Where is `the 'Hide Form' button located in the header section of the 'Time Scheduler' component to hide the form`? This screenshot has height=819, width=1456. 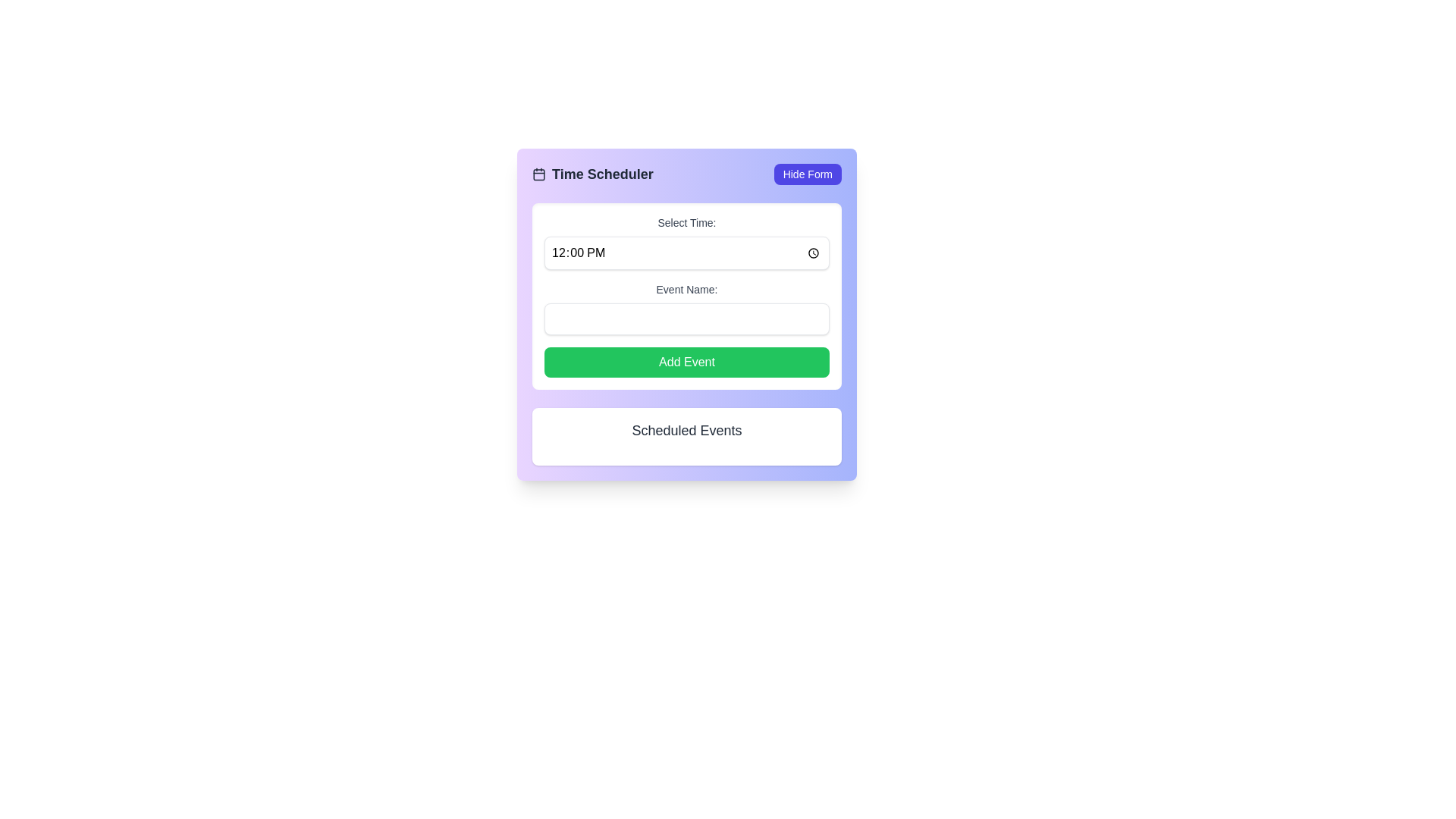
the 'Hide Form' button located in the header section of the 'Time Scheduler' component to hide the form is located at coordinates (807, 174).